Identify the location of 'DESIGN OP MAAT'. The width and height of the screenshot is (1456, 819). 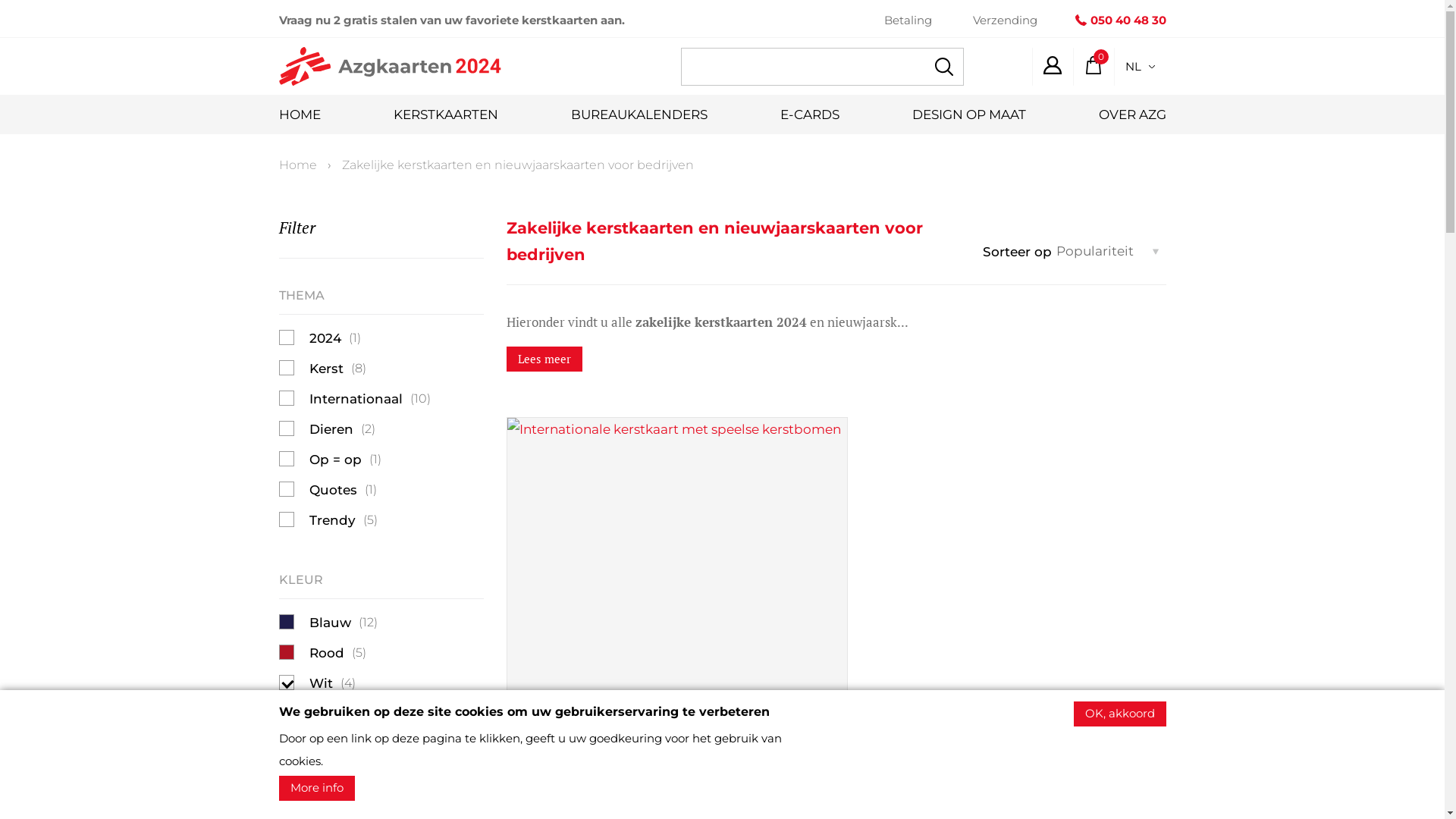
(967, 113).